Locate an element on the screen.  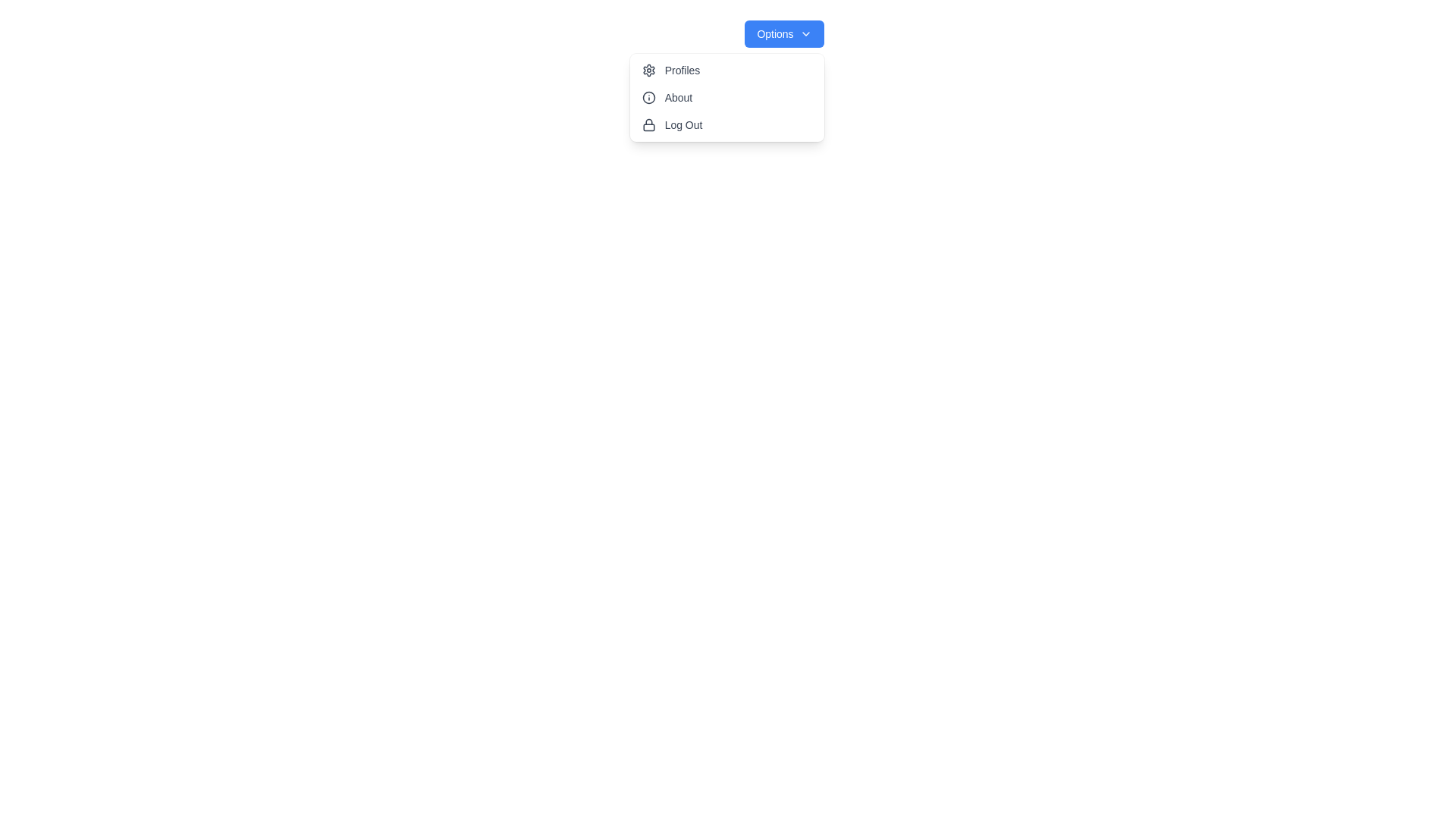
the navigation/settings icon located in the dropdown menu panel, positioned near the top-left corner, below the blue 'Options' button is located at coordinates (648, 70).